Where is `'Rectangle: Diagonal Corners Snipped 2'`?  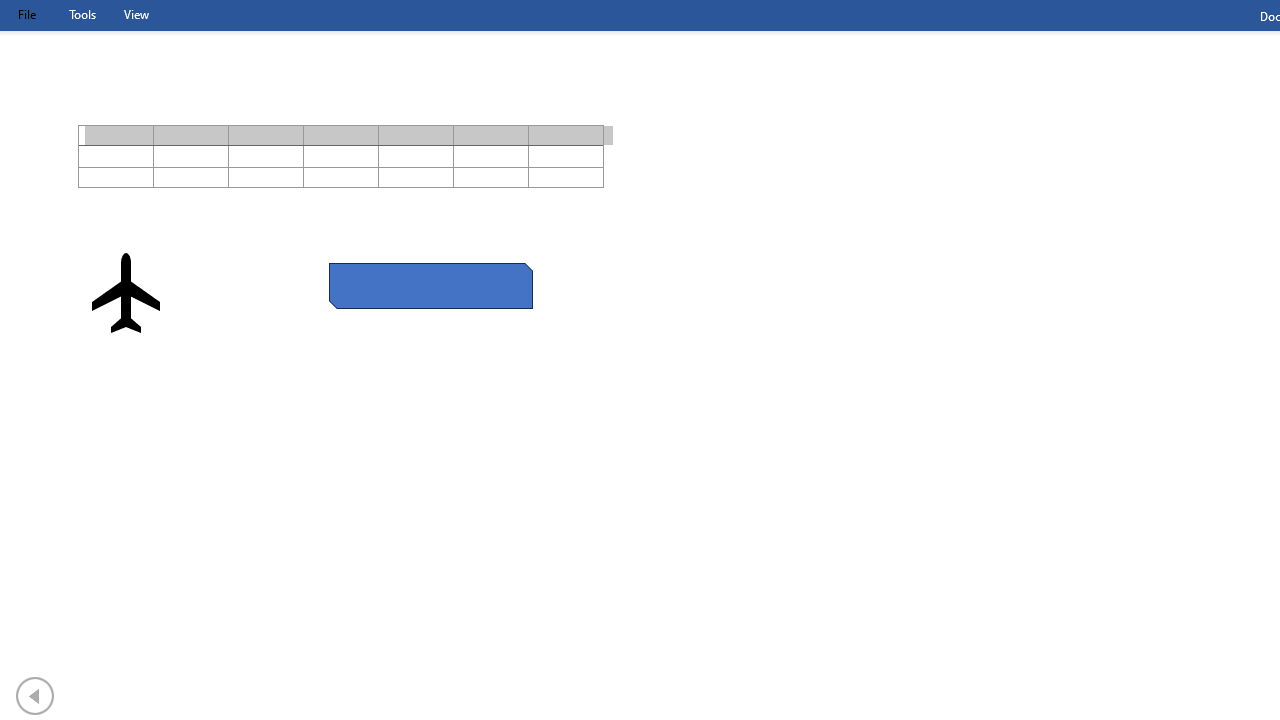
'Rectangle: Diagonal Corners Snipped 2' is located at coordinates (429, 285).